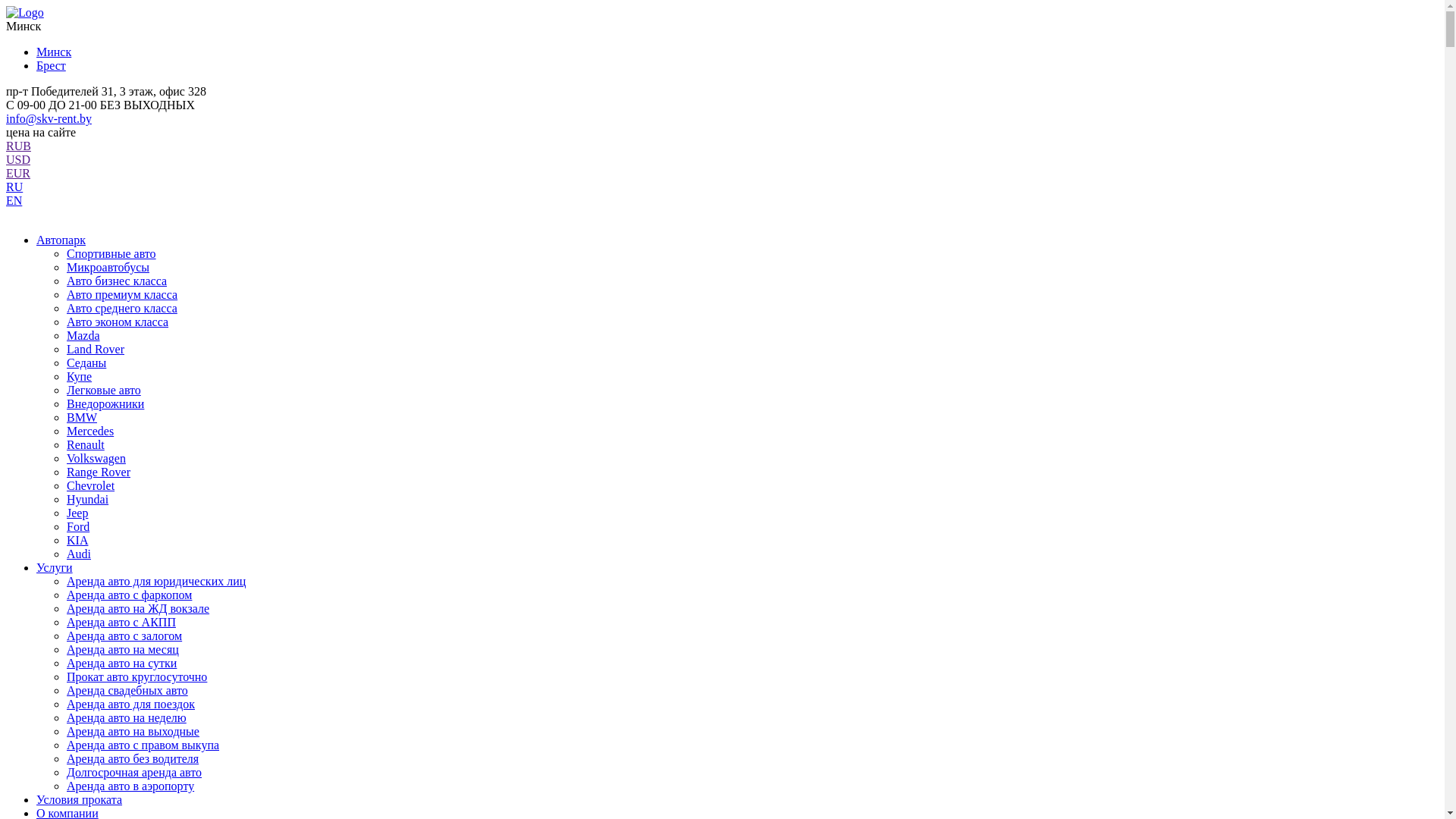  What do you see at coordinates (65, 512) in the screenshot?
I see `'Jeep'` at bounding box center [65, 512].